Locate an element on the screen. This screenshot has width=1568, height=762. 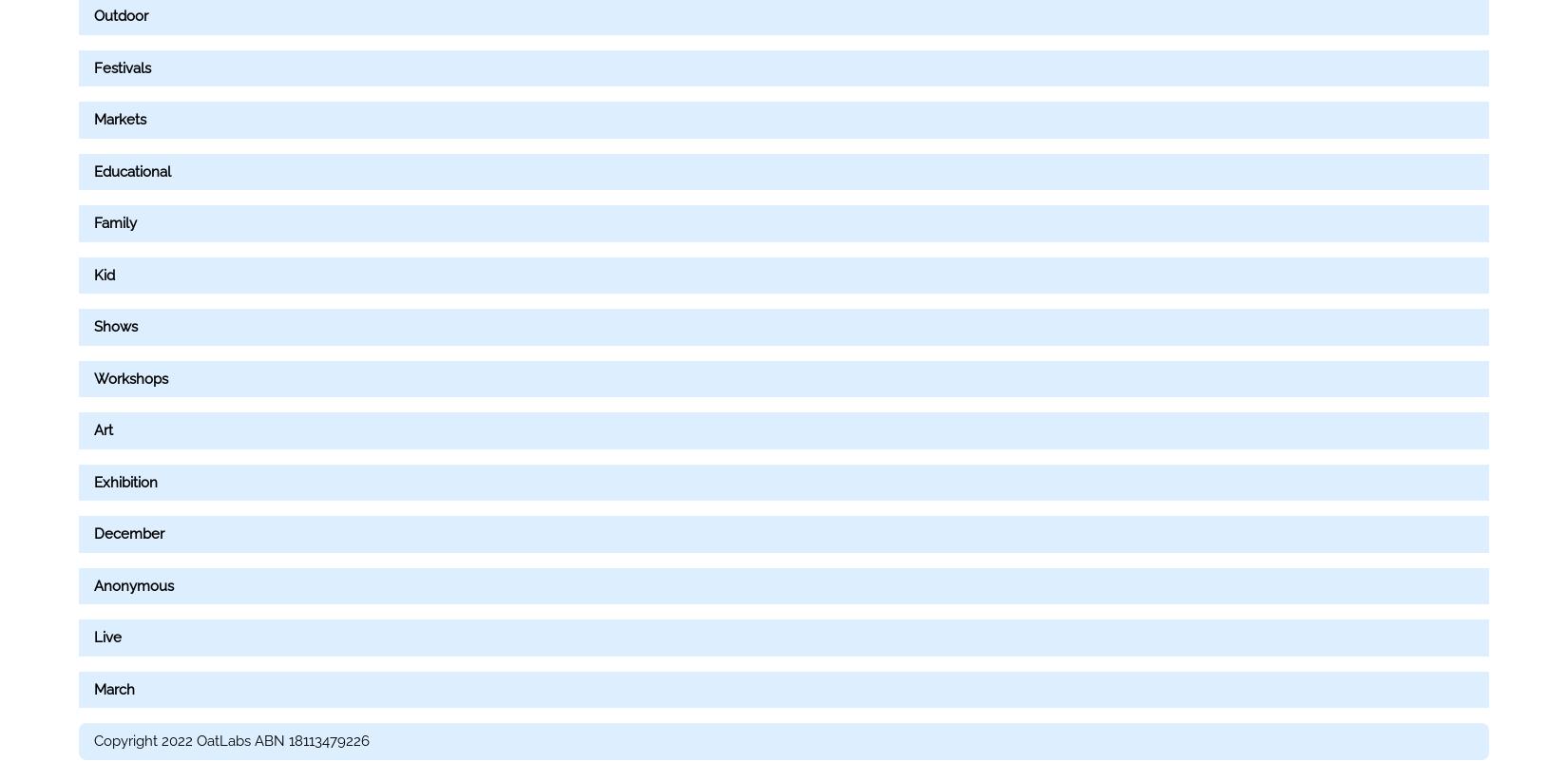
'Live' is located at coordinates (107, 638).